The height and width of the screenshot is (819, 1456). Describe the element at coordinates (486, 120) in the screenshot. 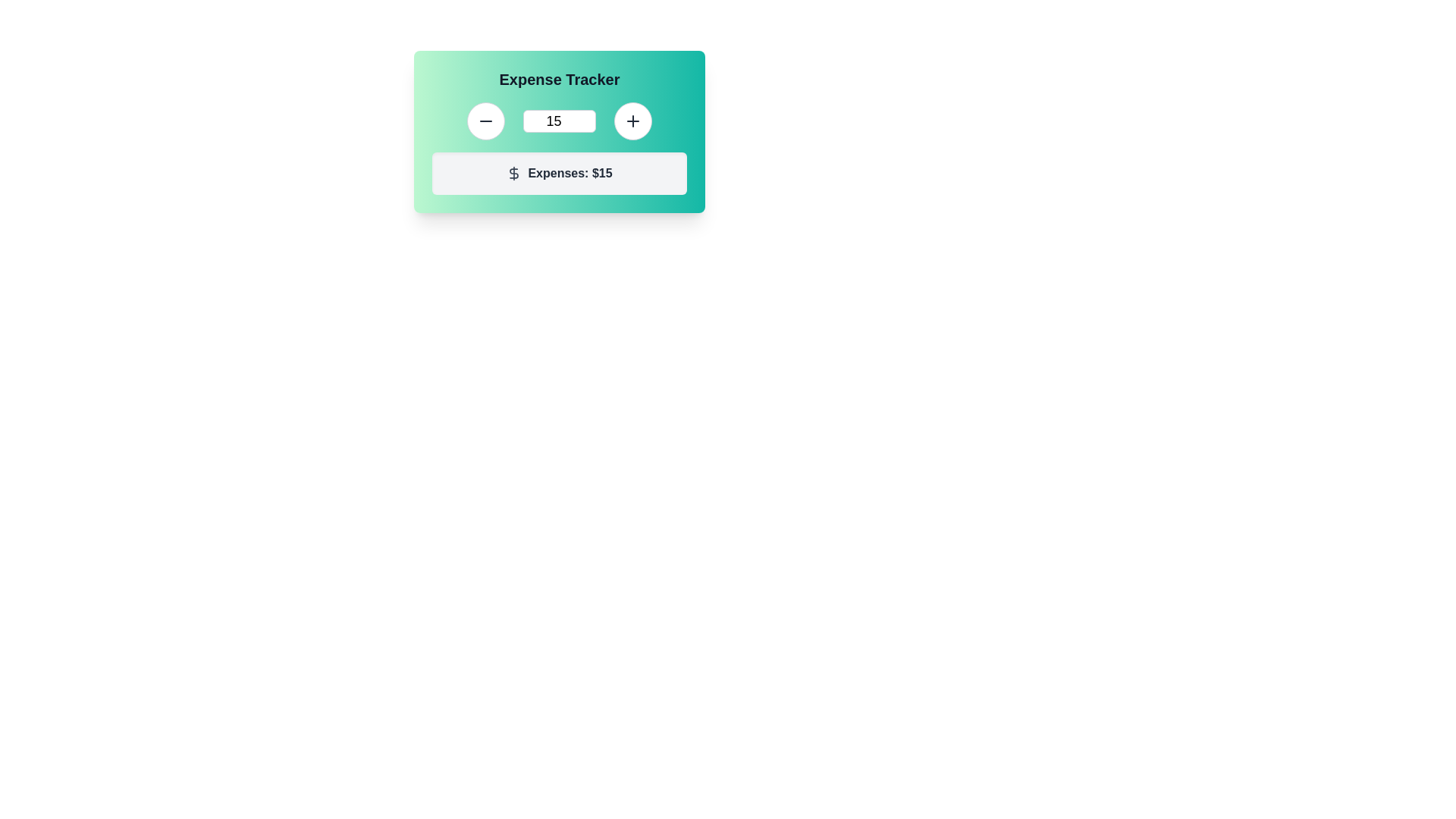

I see `the decrement icon within the button that is used to reduce the value in the adjacent text field` at that location.